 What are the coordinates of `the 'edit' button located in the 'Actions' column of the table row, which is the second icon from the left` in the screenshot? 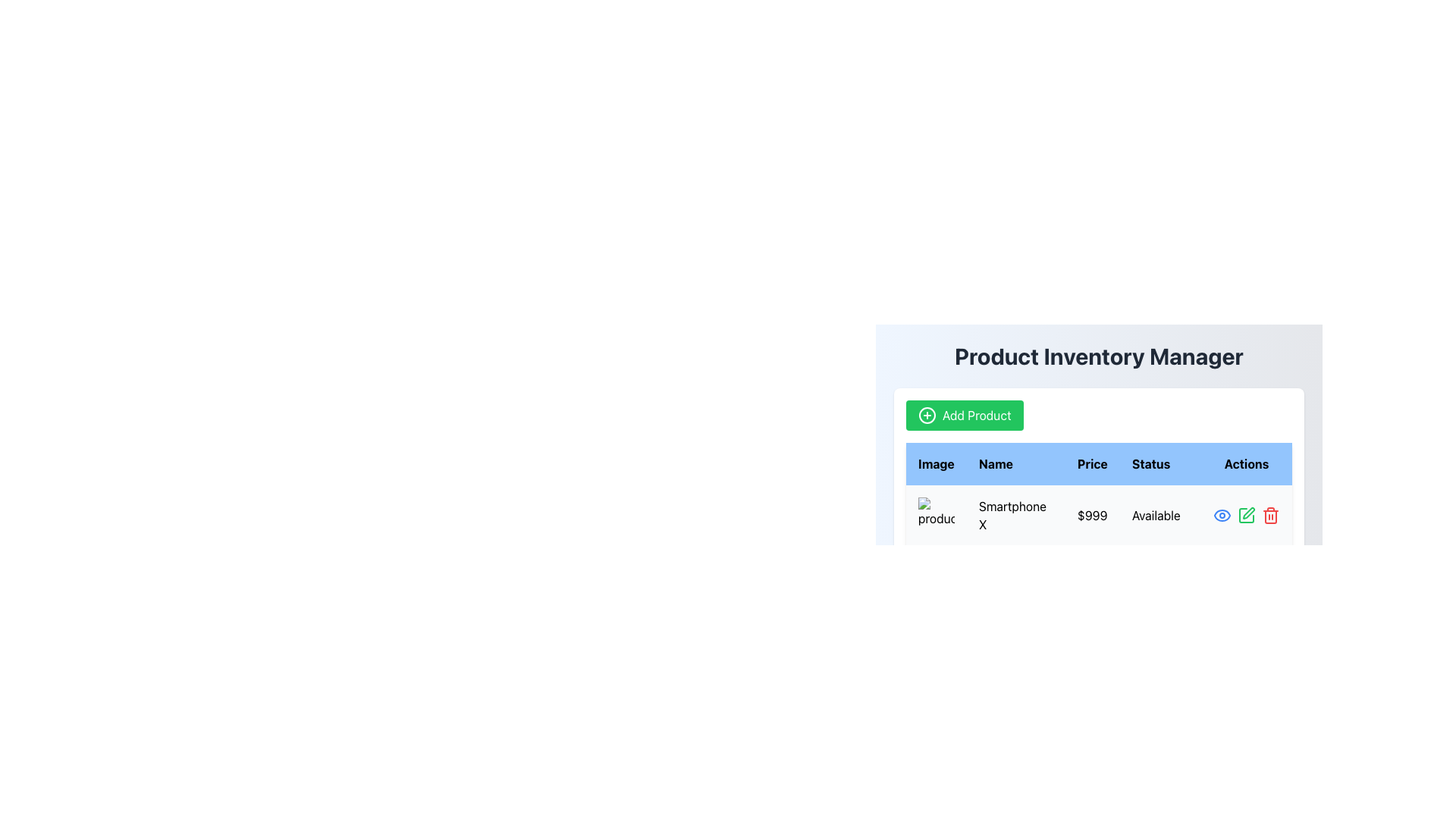 It's located at (1246, 514).